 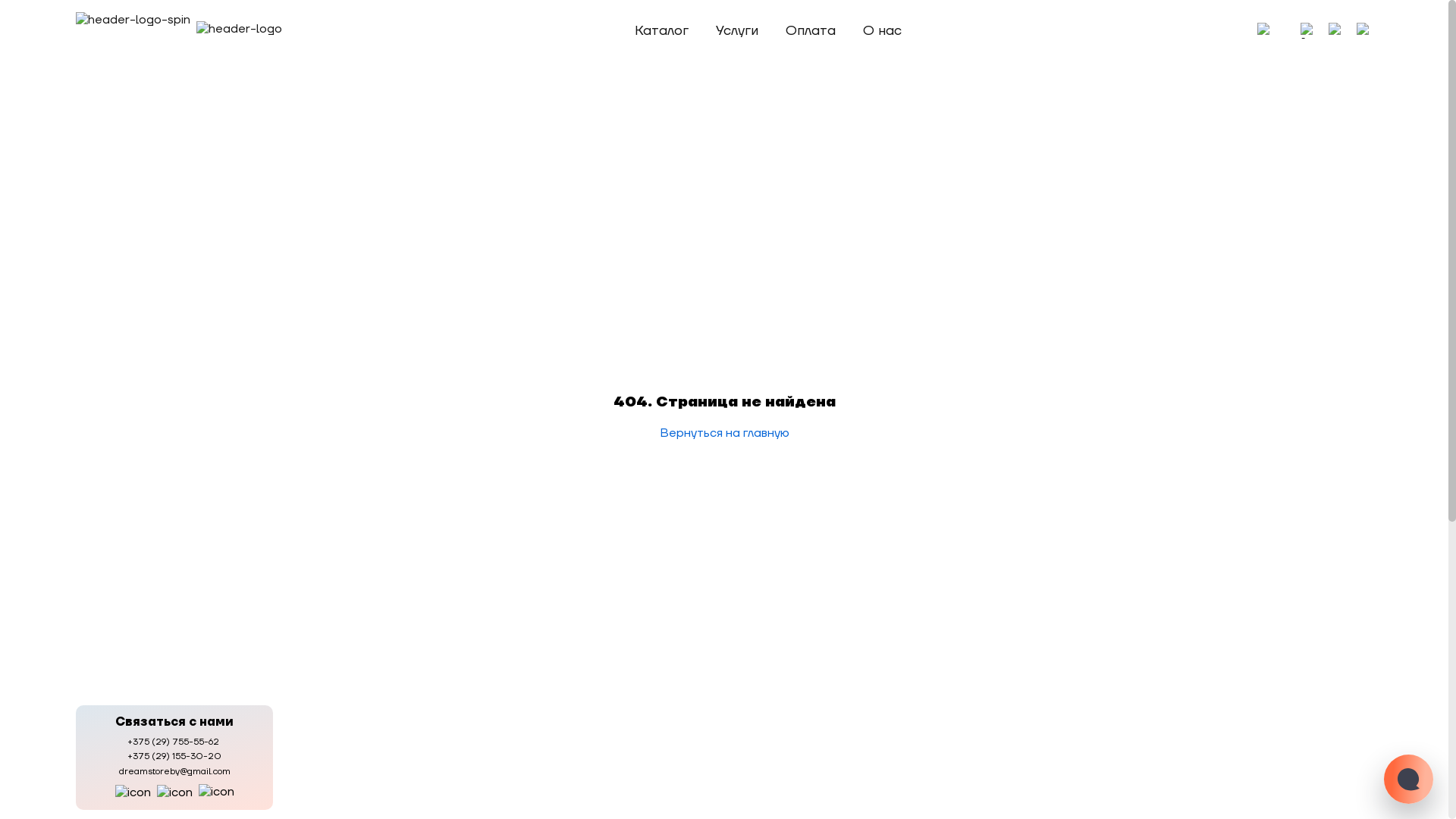 I want to click on '+375 (29) 155-30-20', so click(x=174, y=756).